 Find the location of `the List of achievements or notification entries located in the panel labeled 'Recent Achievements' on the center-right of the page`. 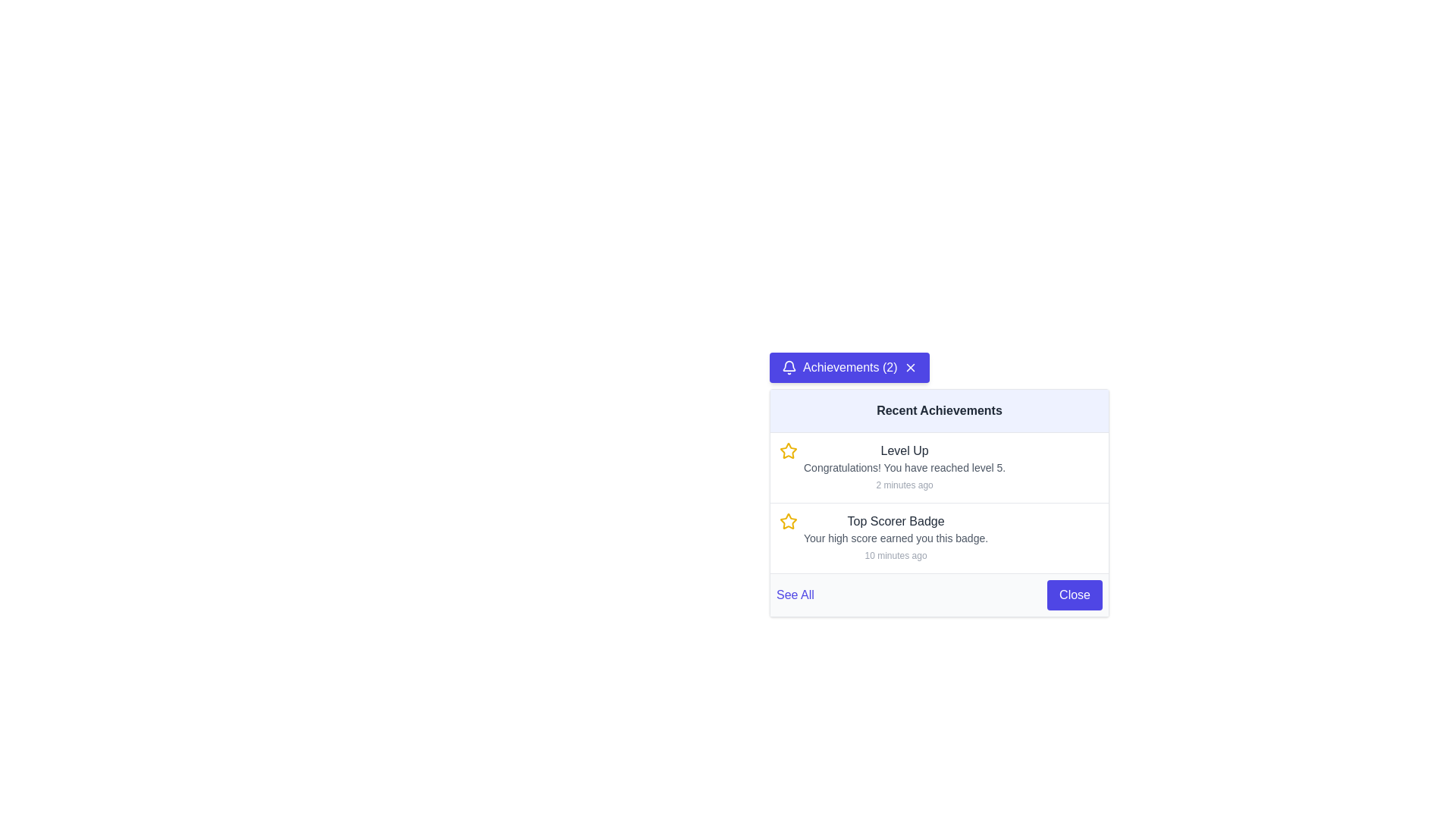

the List of achievements or notification entries located in the panel labeled 'Recent Achievements' on the center-right of the page is located at coordinates (938, 503).